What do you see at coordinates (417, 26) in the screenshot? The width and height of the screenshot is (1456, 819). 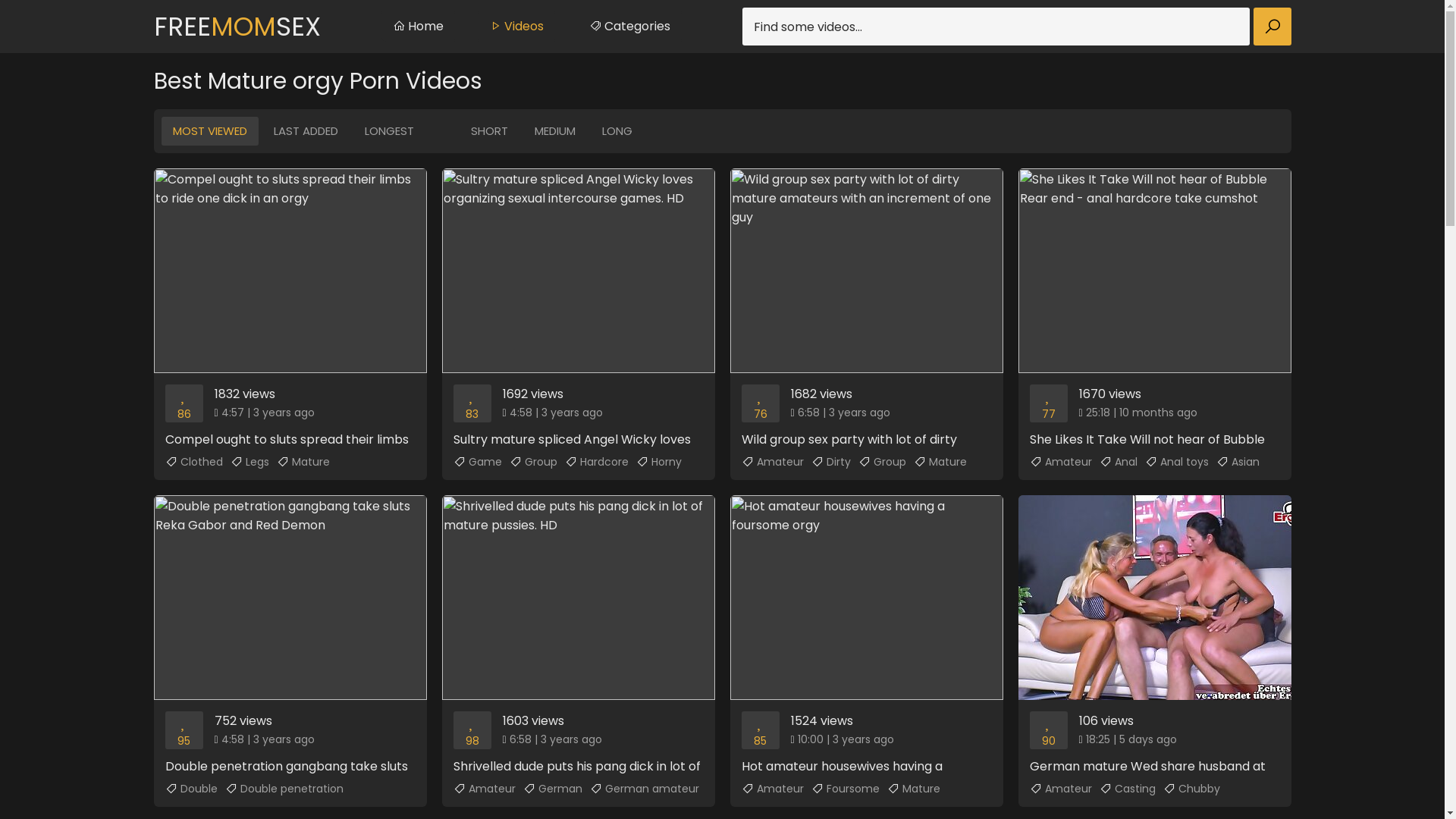 I see `'Home'` at bounding box center [417, 26].